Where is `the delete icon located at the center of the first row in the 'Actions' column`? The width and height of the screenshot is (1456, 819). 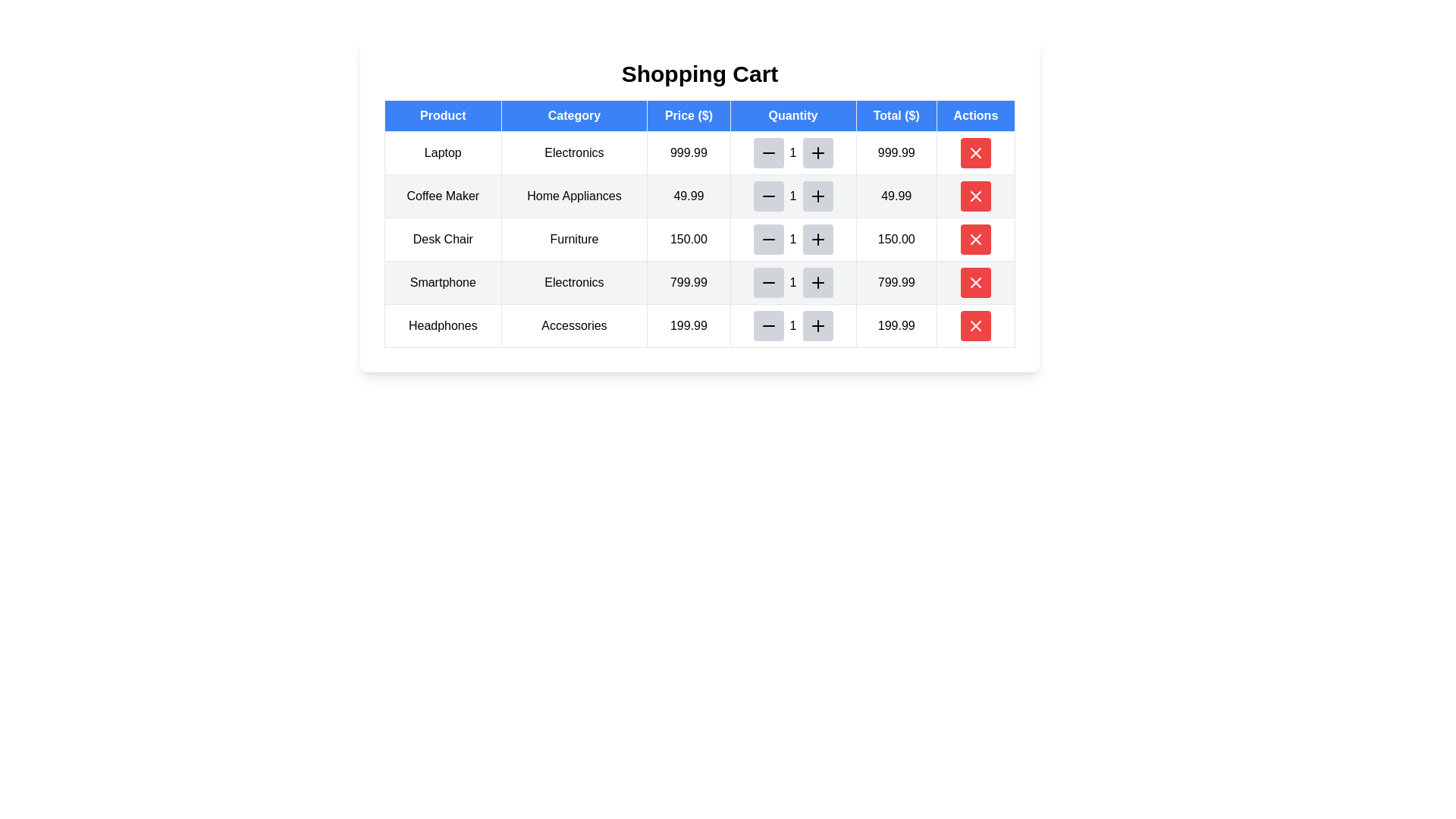 the delete icon located at the center of the first row in the 'Actions' column is located at coordinates (975, 152).